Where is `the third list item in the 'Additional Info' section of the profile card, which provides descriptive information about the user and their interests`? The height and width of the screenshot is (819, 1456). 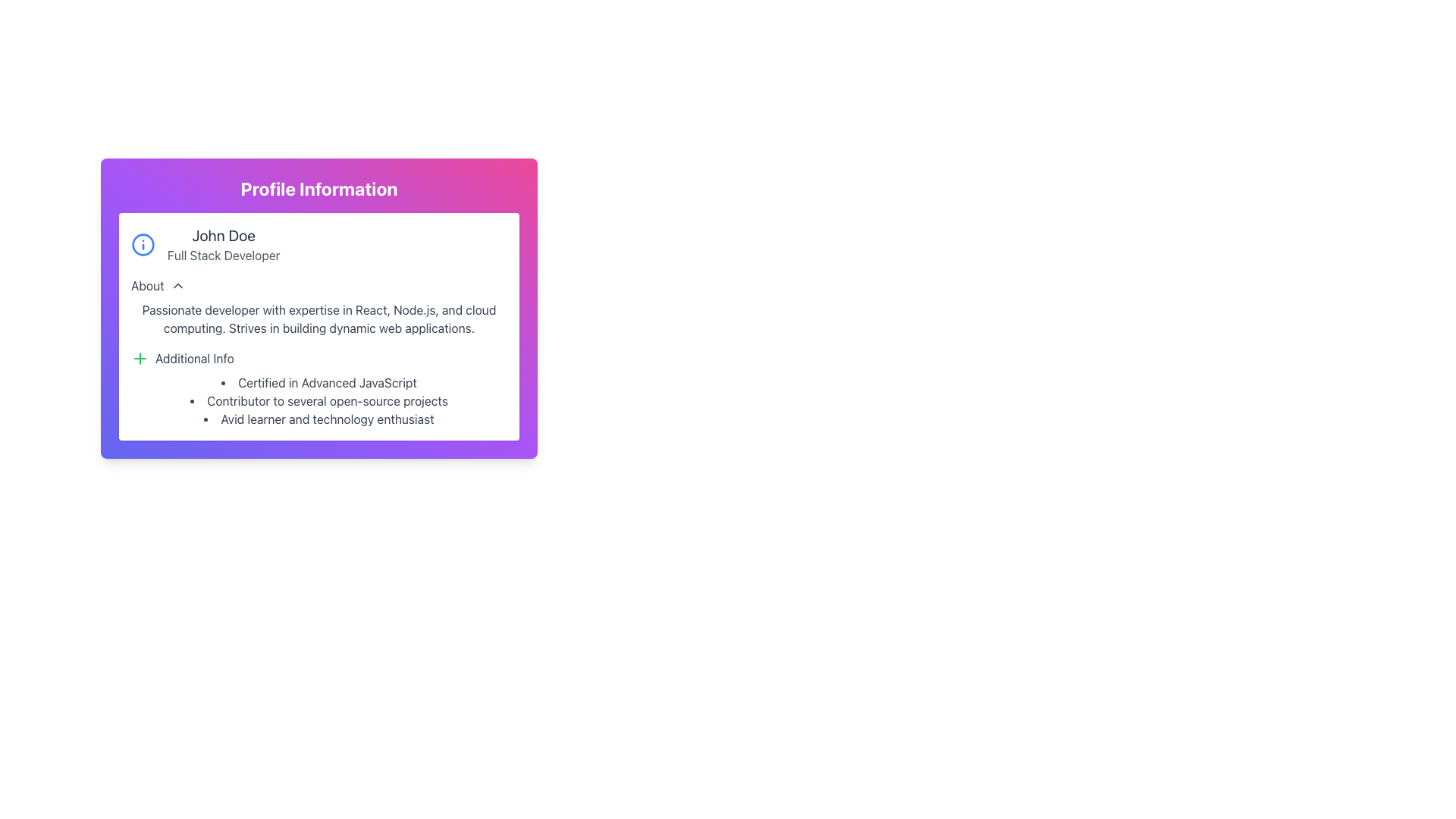 the third list item in the 'Additional Info' section of the profile card, which provides descriptive information about the user and their interests is located at coordinates (318, 419).